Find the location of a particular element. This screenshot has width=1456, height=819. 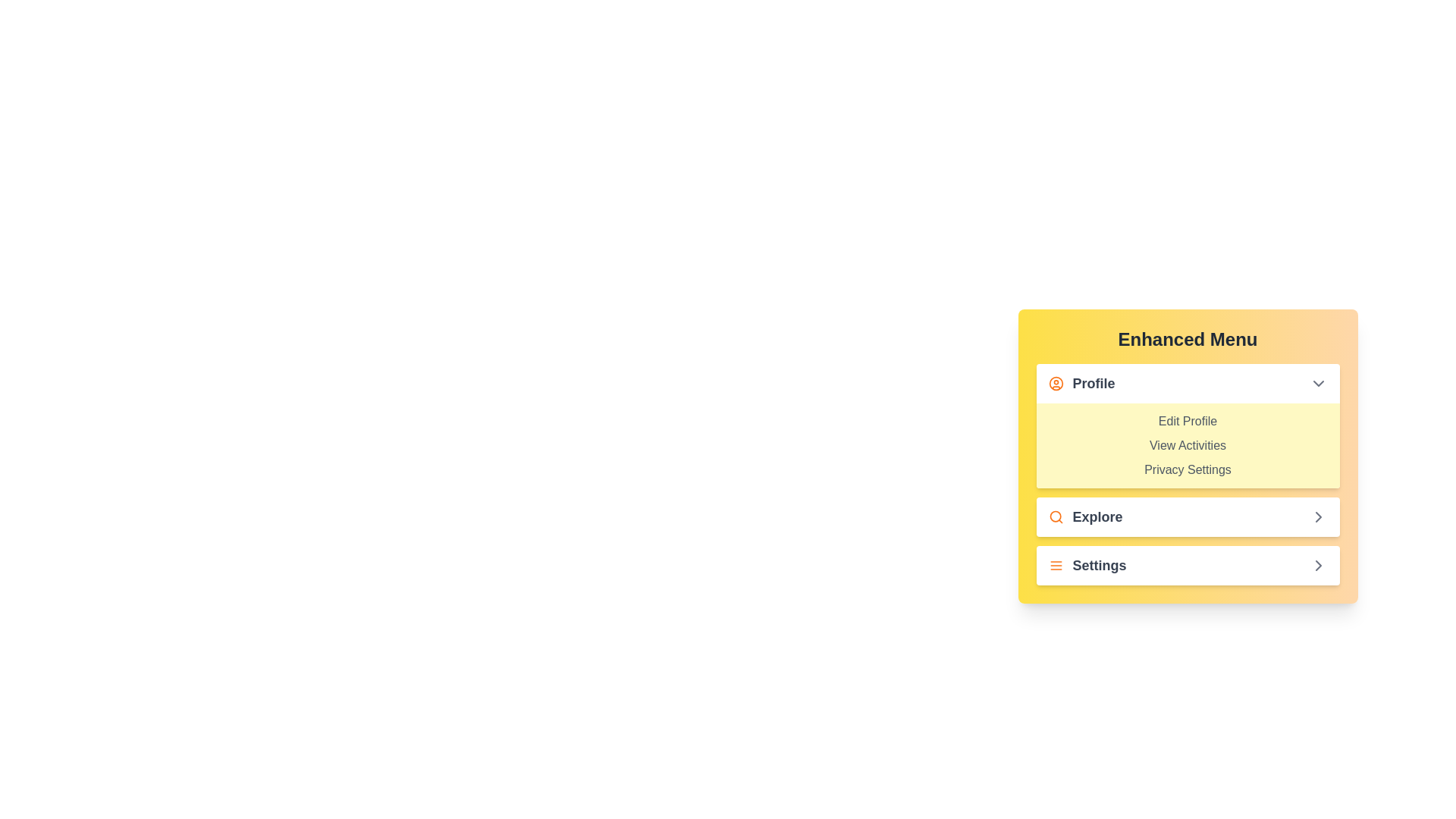

the 'Profile' text label, which is styled in bold dark gray and is located in the top section of the vertical menu next to an orange user icon, for navigation purposes is located at coordinates (1094, 382).